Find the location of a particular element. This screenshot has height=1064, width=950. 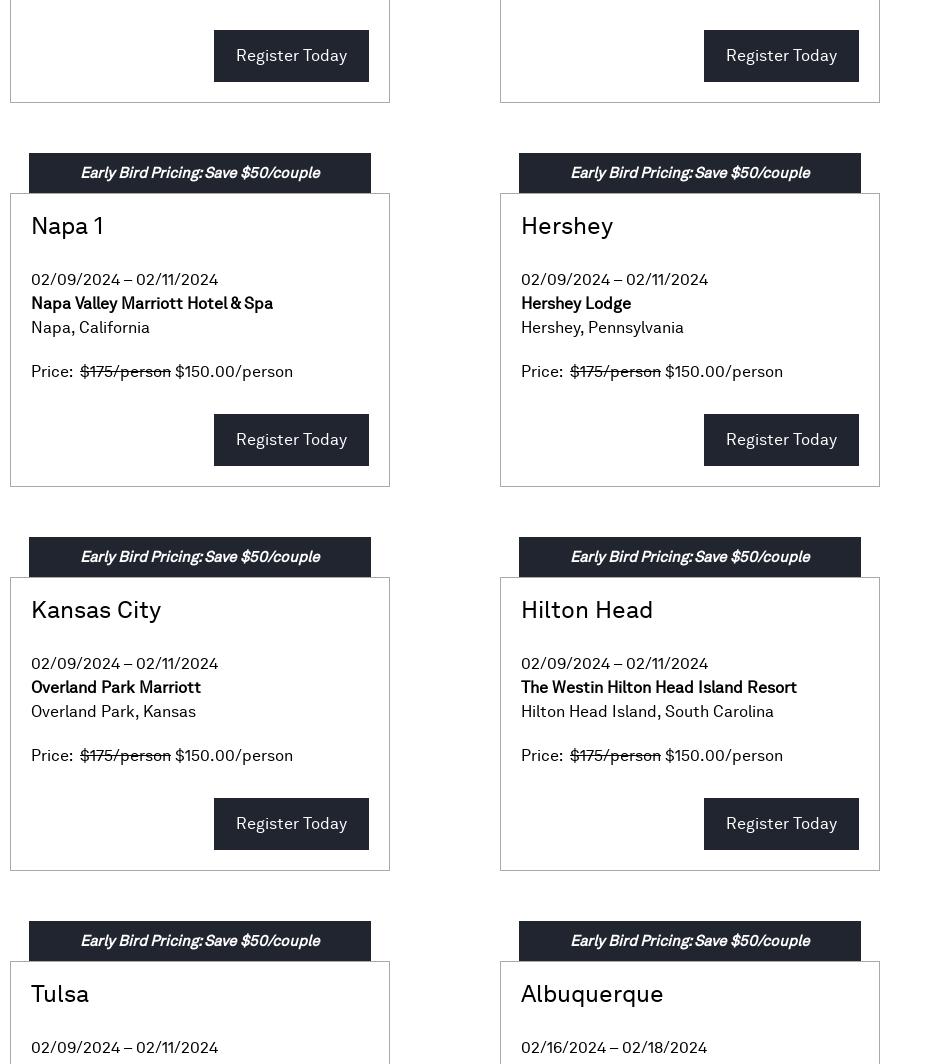

'Tulsa' is located at coordinates (30, 993).